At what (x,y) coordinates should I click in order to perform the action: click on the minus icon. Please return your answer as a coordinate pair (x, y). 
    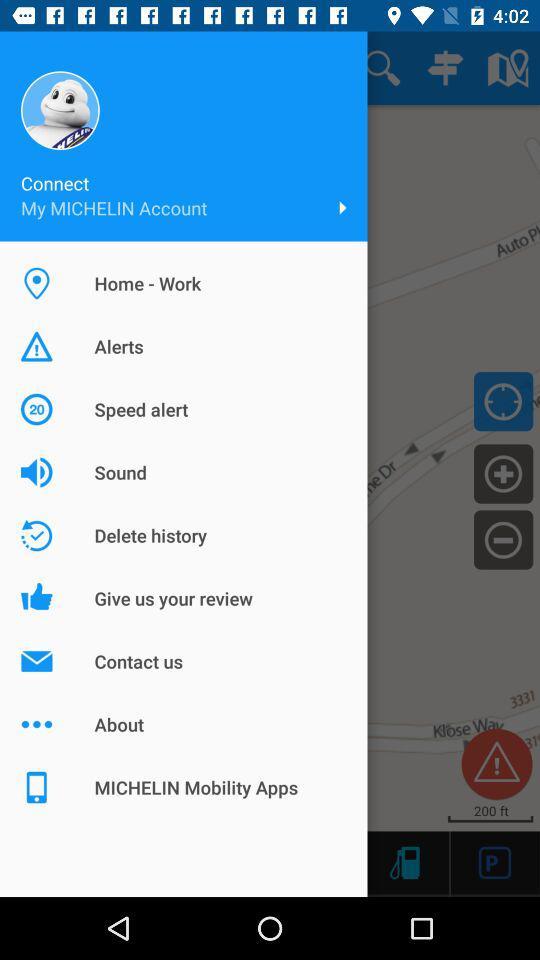
    Looking at the image, I should click on (502, 538).